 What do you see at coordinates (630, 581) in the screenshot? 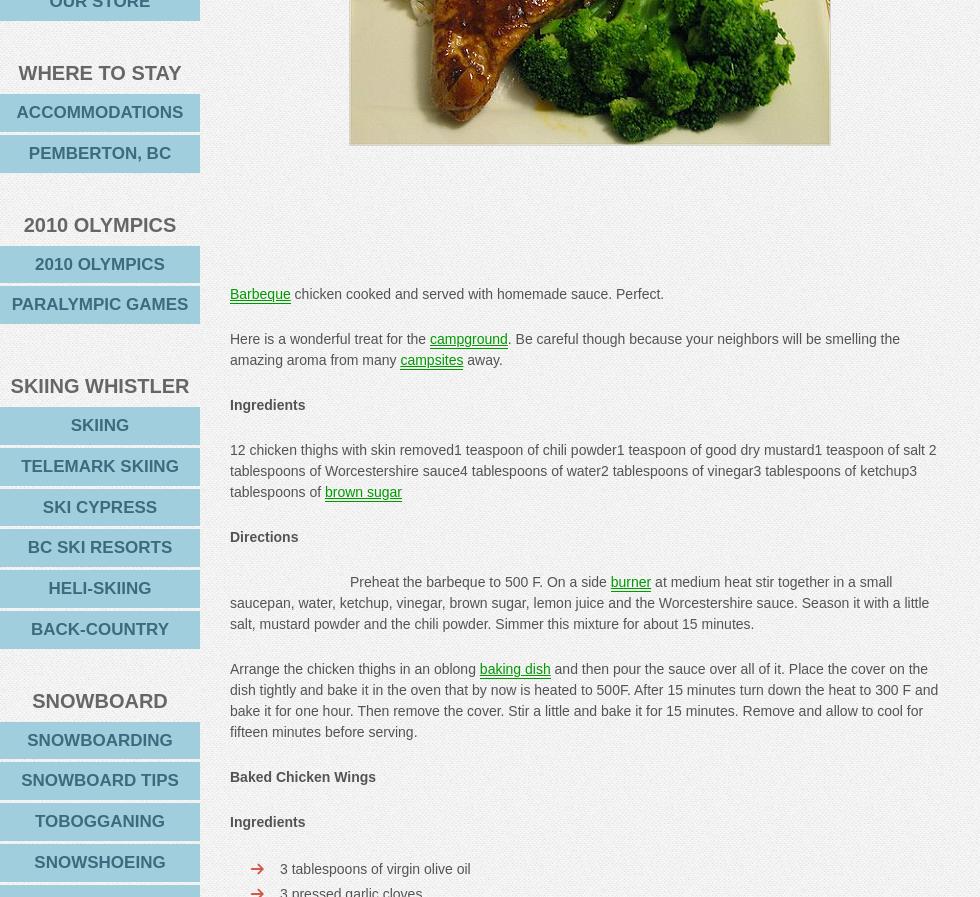
I see `'burner'` at bounding box center [630, 581].